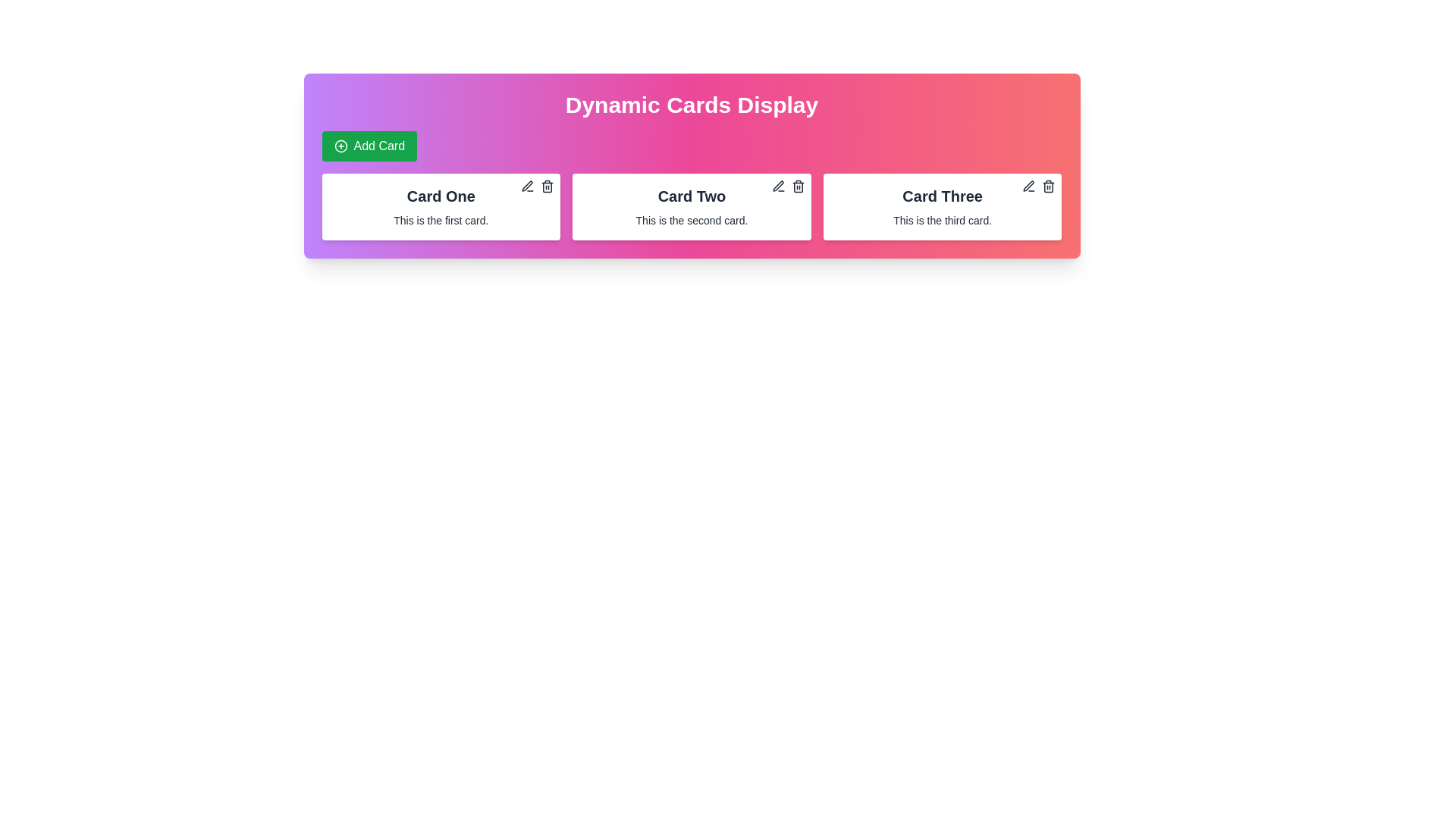  Describe the element at coordinates (440, 207) in the screenshot. I see `the surrounding area of the first informational Card component, which displays a title and short description, located within a grid to the left of 'Card Two' and 'Card Three'` at that location.